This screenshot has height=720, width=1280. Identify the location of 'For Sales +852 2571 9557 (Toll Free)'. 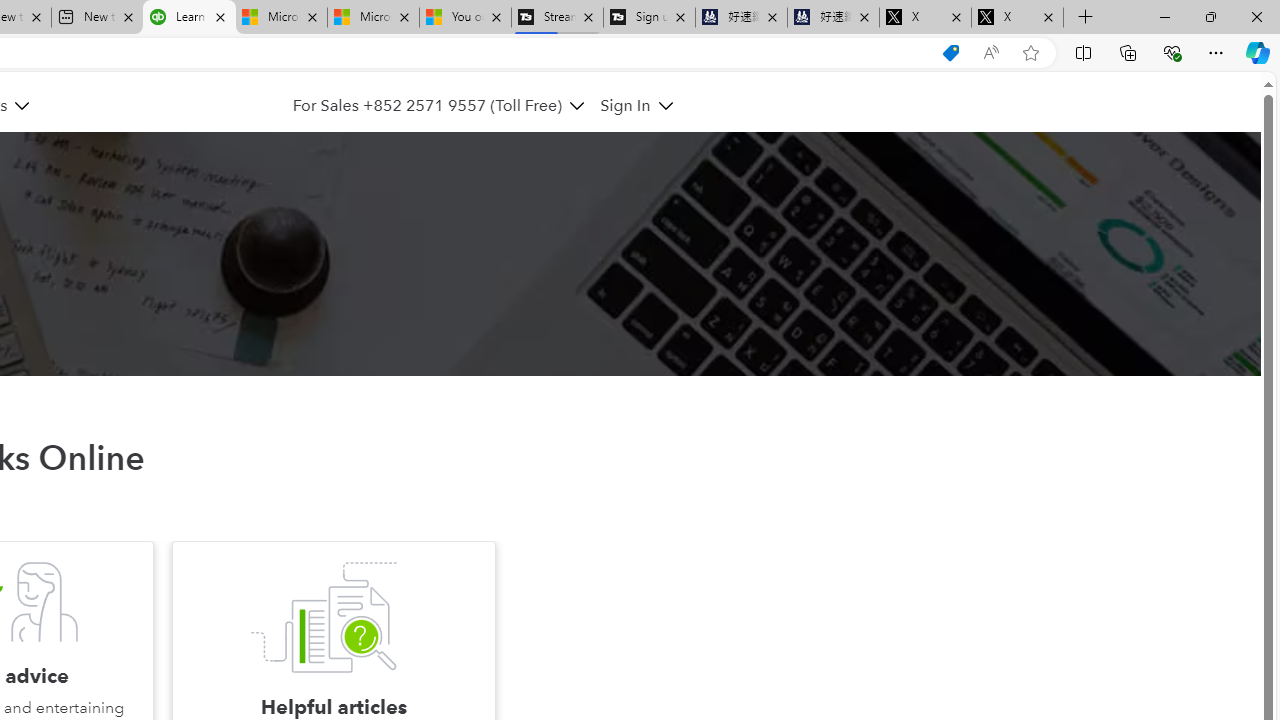
(437, 105).